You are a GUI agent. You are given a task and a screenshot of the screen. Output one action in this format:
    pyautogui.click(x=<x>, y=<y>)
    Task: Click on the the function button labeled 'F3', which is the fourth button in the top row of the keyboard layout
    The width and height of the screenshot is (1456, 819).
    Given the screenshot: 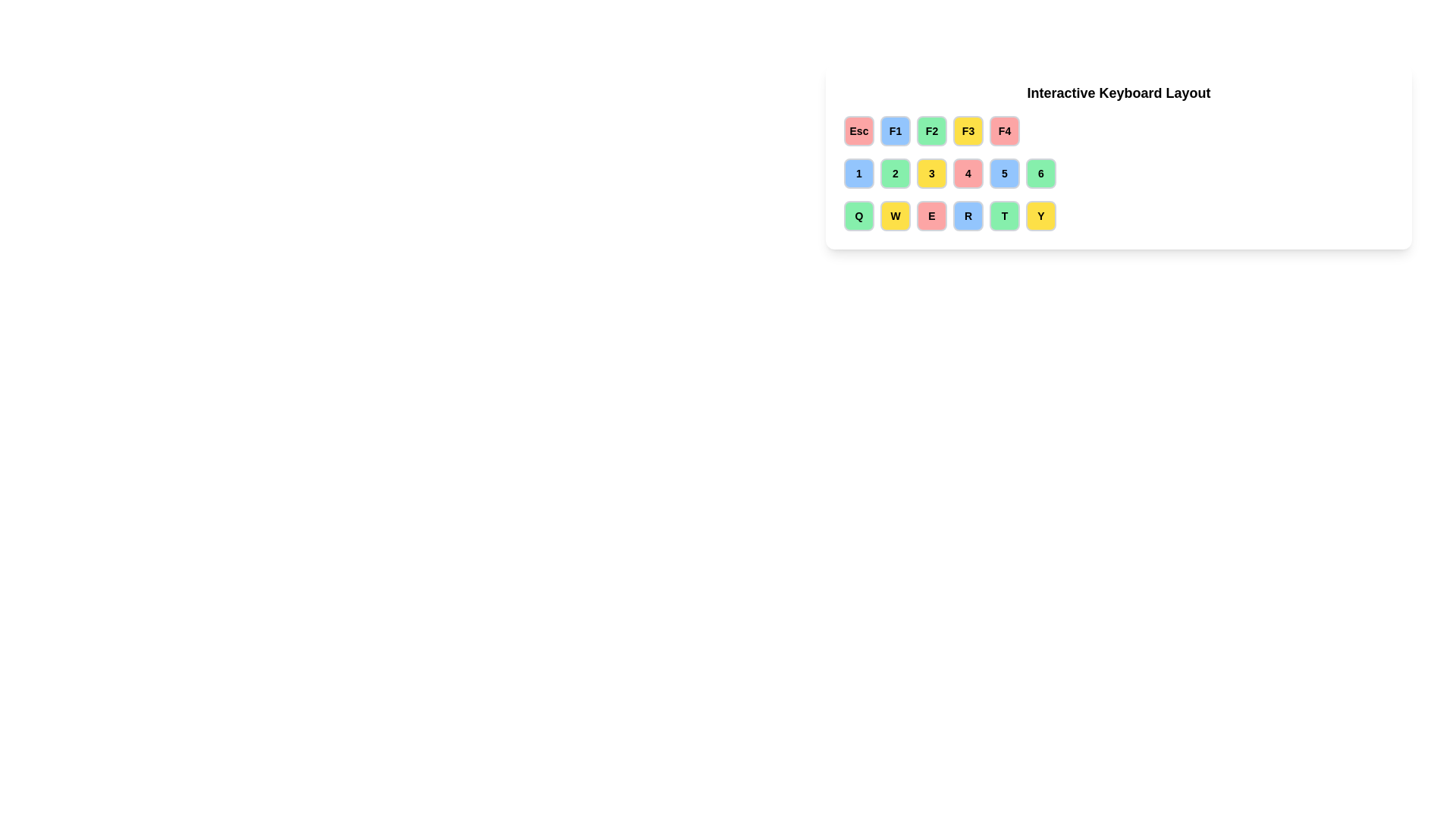 What is the action you would take?
    pyautogui.click(x=967, y=130)
    